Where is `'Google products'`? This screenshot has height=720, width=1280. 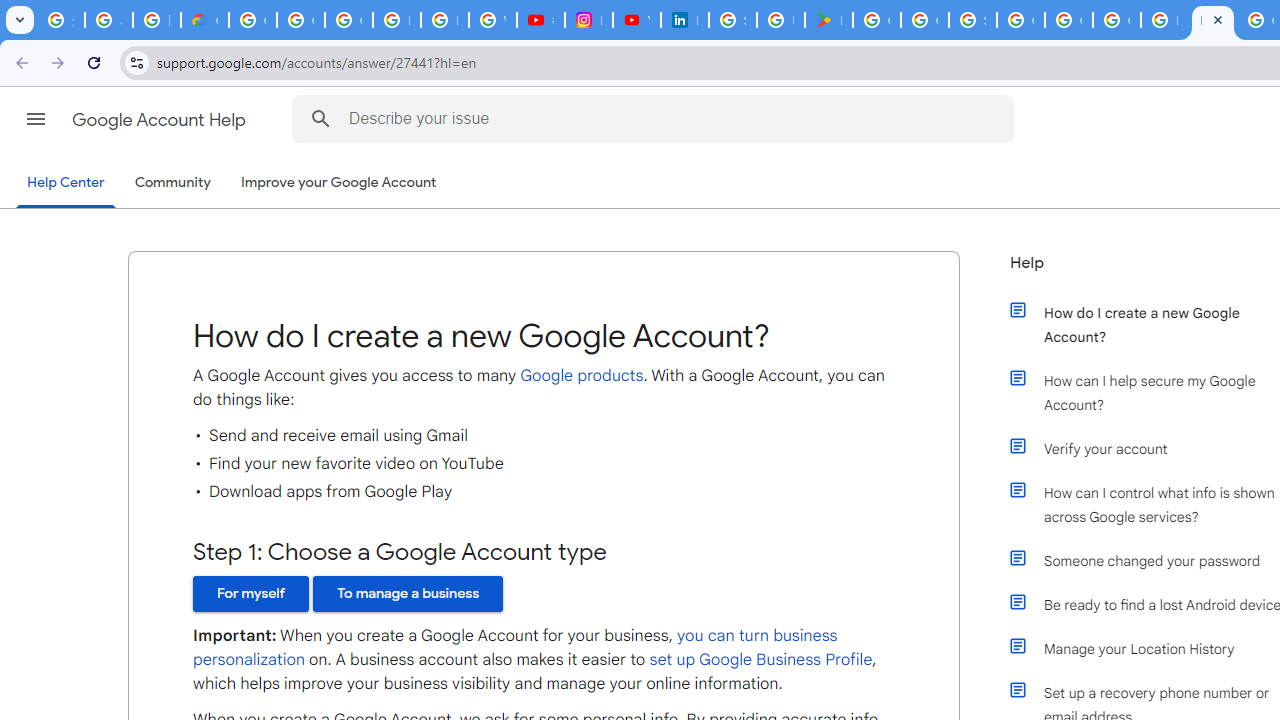
'Google products' is located at coordinates (580, 375).